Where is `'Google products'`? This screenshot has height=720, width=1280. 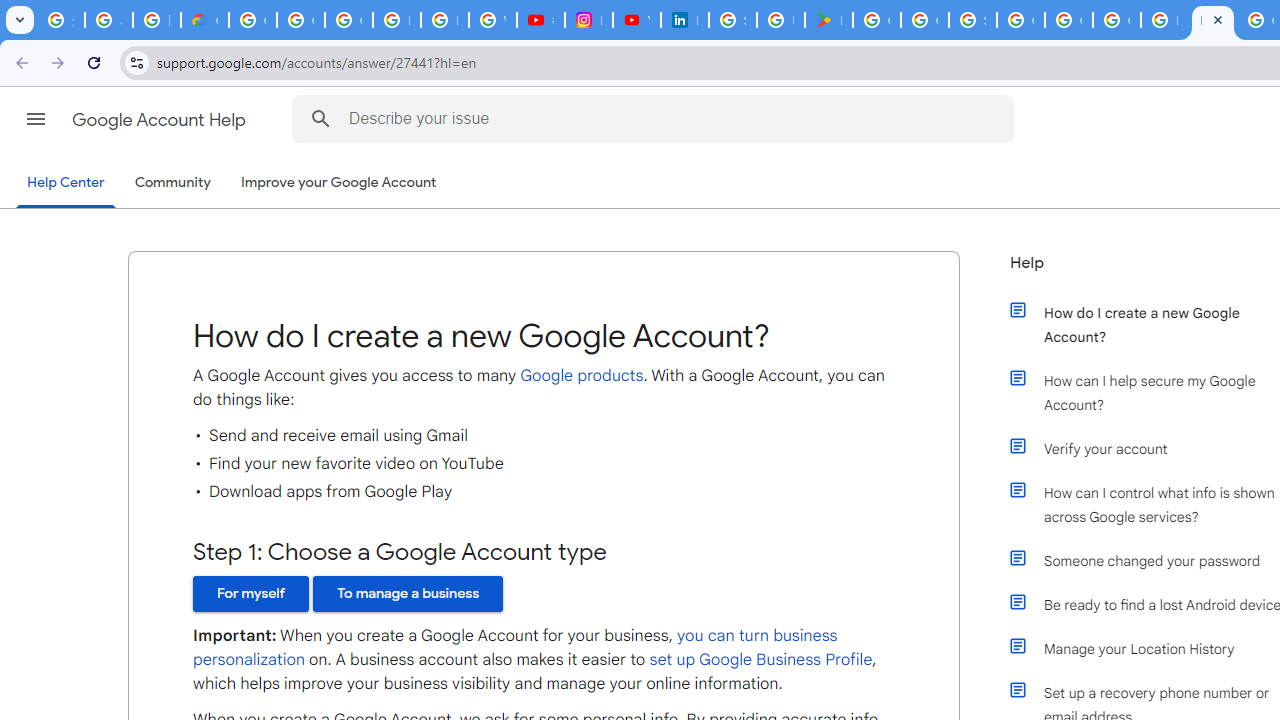
'Google products' is located at coordinates (580, 375).